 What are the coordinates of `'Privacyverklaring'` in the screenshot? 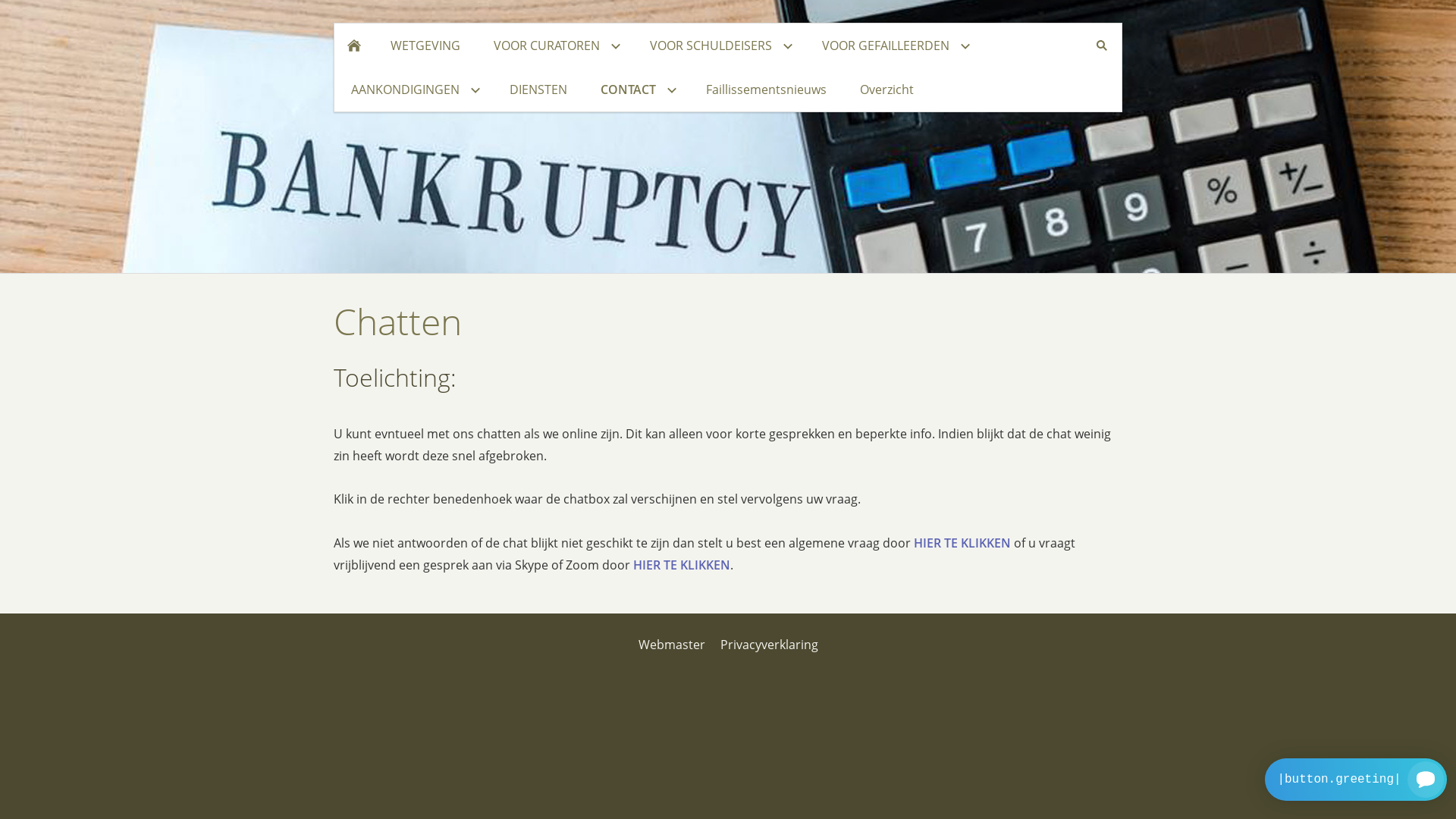 It's located at (769, 644).